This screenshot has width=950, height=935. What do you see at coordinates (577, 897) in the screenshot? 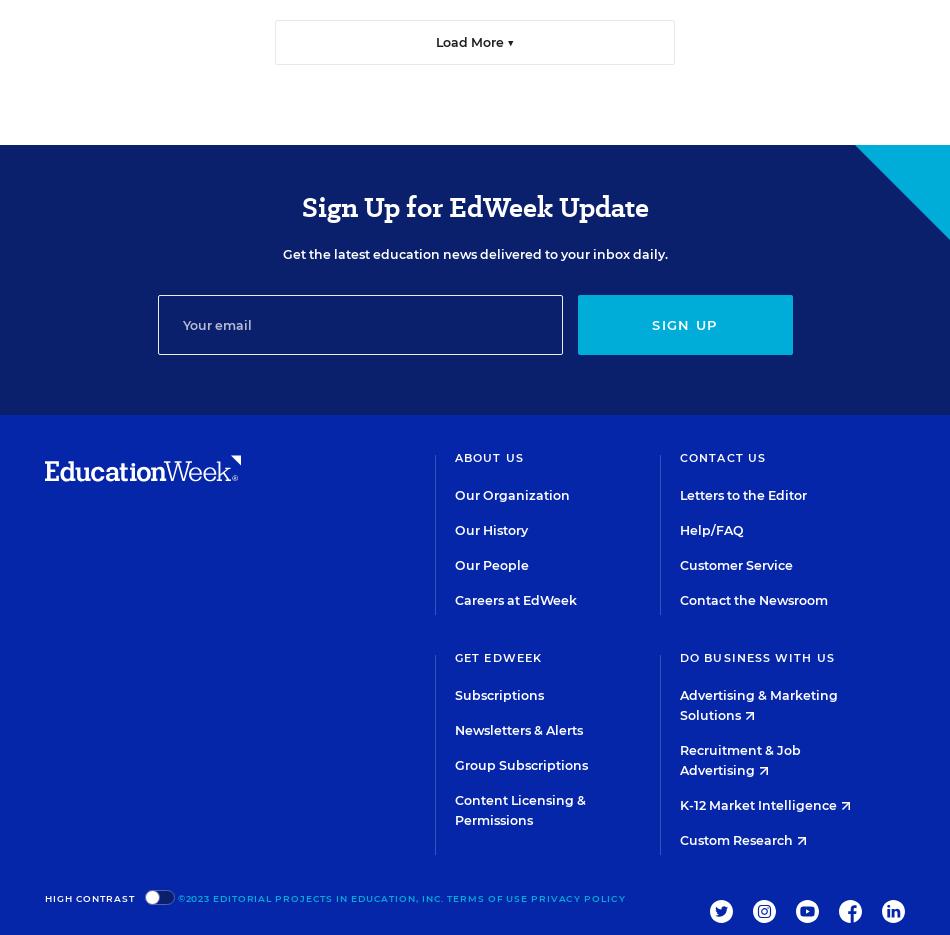
I see `'Privacy Policy'` at bounding box center [577, 897].